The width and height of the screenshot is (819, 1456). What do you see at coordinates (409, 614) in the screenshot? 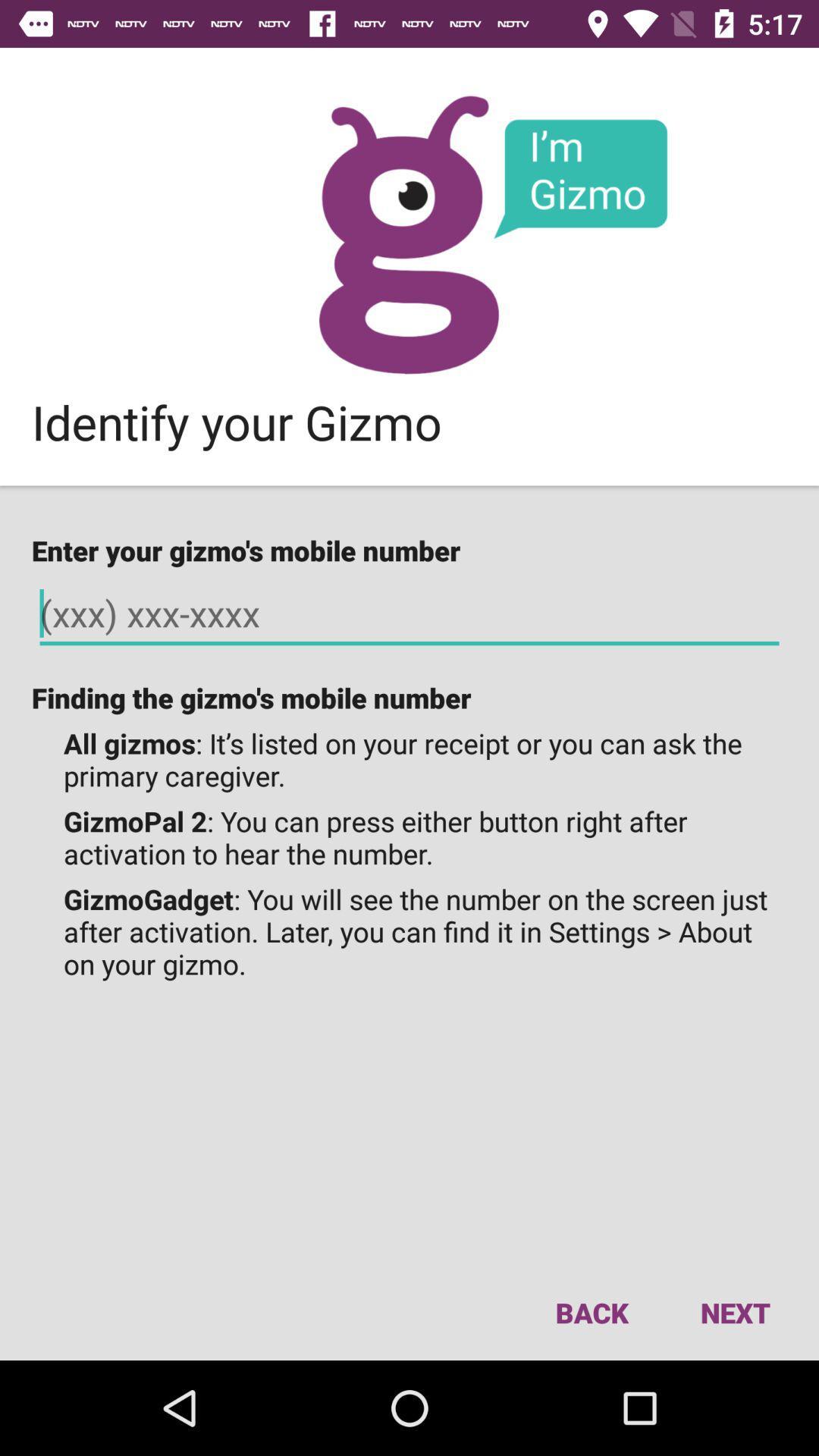
I see `the phone number` at bounding box center [409, 614].